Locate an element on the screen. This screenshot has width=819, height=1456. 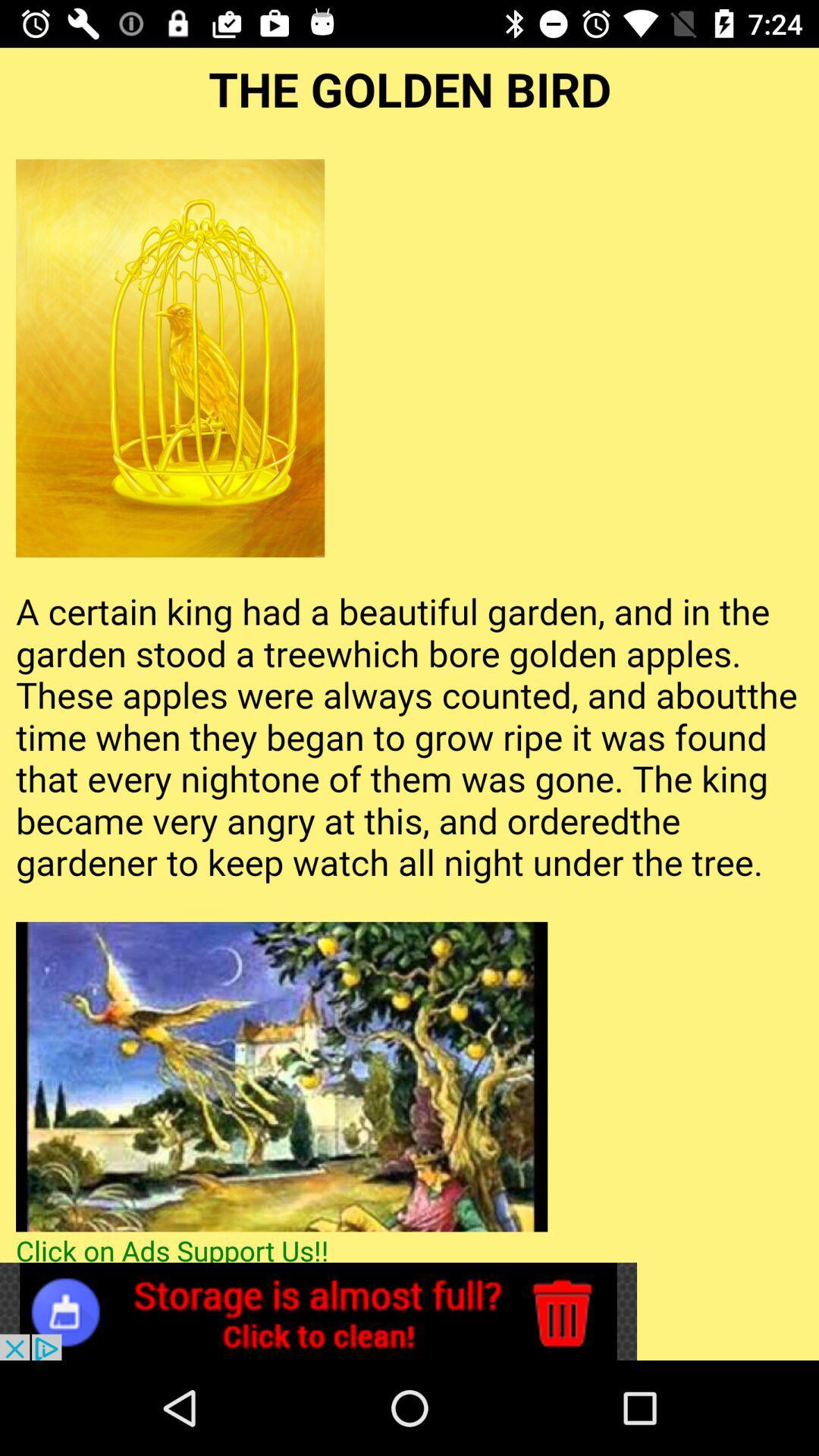
advertisement website is located at coordinates (318, 1310).